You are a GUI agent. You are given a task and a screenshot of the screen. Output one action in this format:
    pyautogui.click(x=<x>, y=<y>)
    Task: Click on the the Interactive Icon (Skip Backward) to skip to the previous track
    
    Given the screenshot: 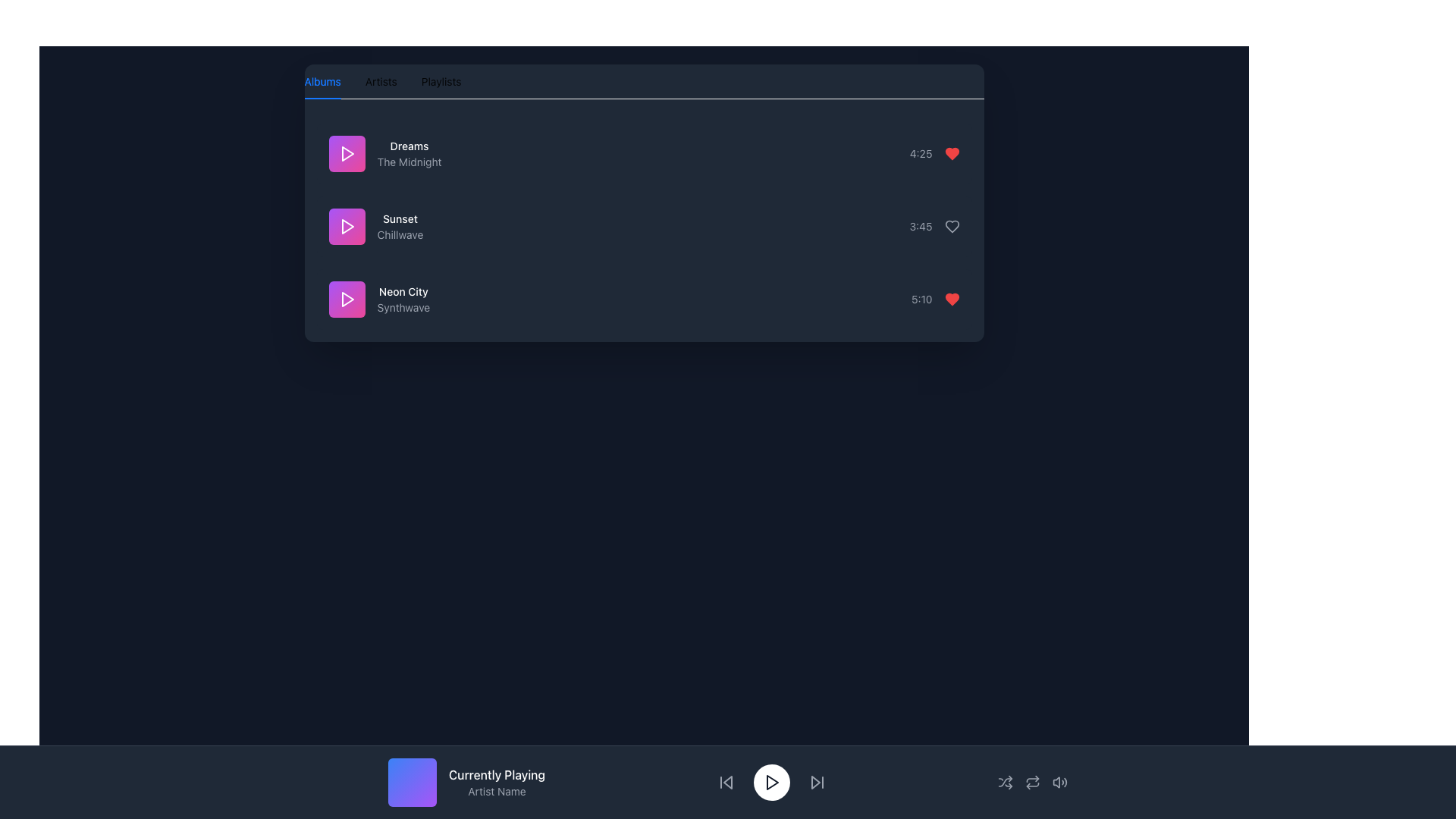 What is the action you would take?
    pyautogui.click(x=725, y=783)
    